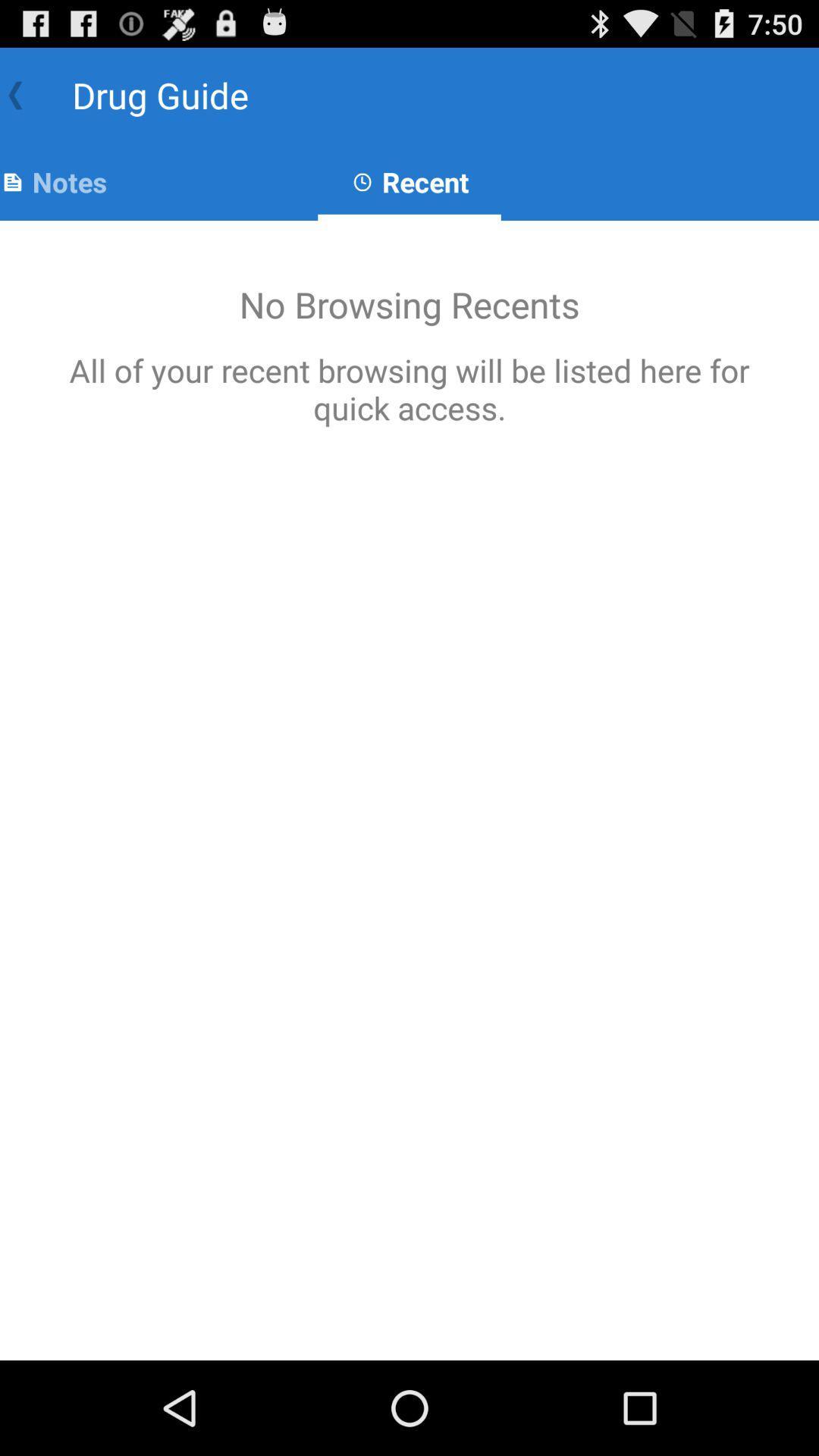 The width and height of the screenshot is (819, 1456). I want to click on icon to the left of   recent app, so click(52, 182).